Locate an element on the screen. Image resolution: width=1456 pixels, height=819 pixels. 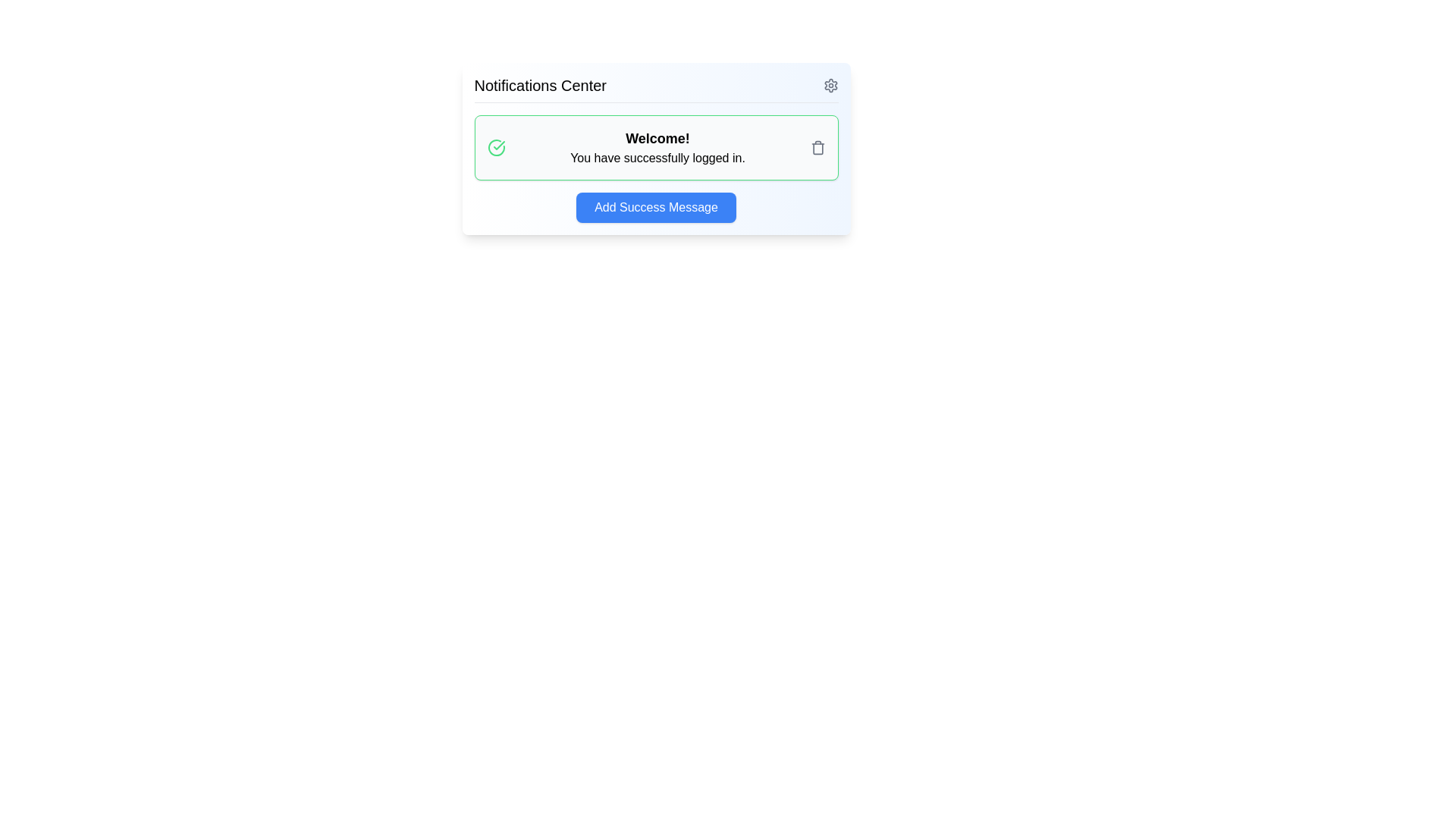
the static text element displaying 'You have successfully logged in.' which is located beneath the heading 'Welcome!' within a bordered box with a green outline is located at coordinates (657, 158).